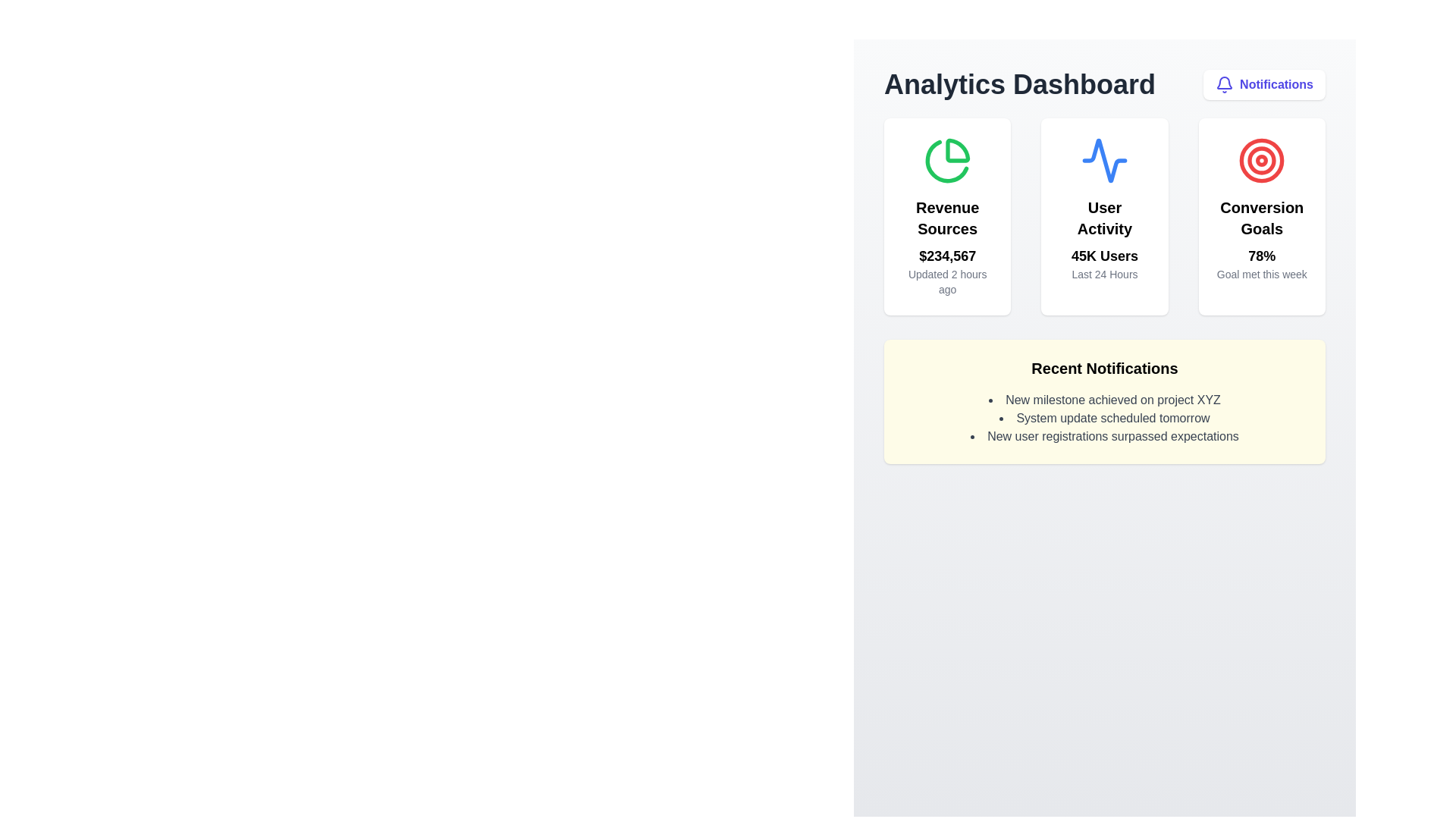  What do you see at coordinates (1264, 84) in the screenshot?
I see `the 'Notifications' button, which is styled as a notification icon with a bell-shaped icon and indigo text, located in the top-right corner of the interface` at bounding box center [1264, 84].